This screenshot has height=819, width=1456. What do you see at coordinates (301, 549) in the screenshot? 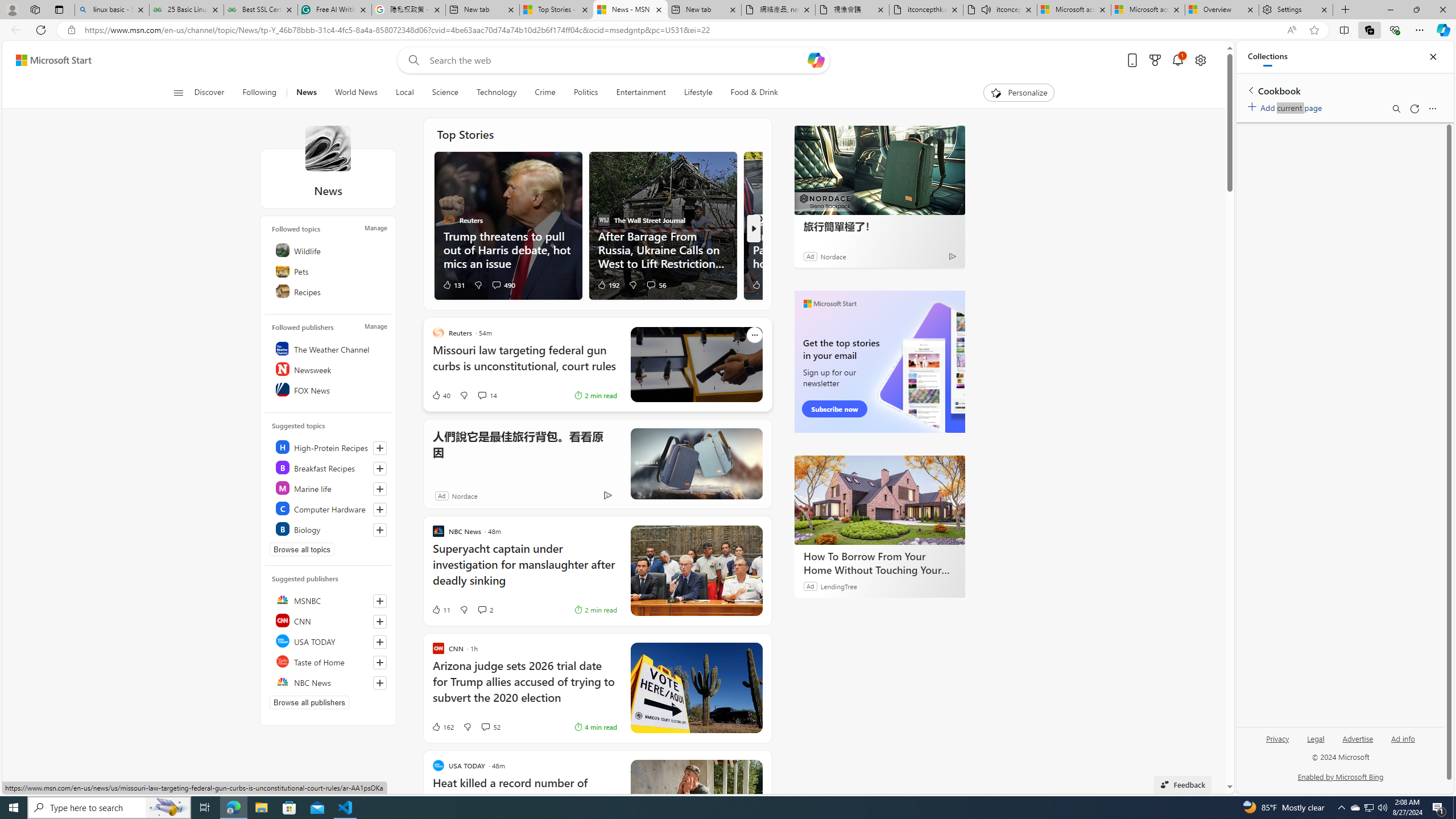
I see `'Browse all topics'` at bounding box center [301, 549].